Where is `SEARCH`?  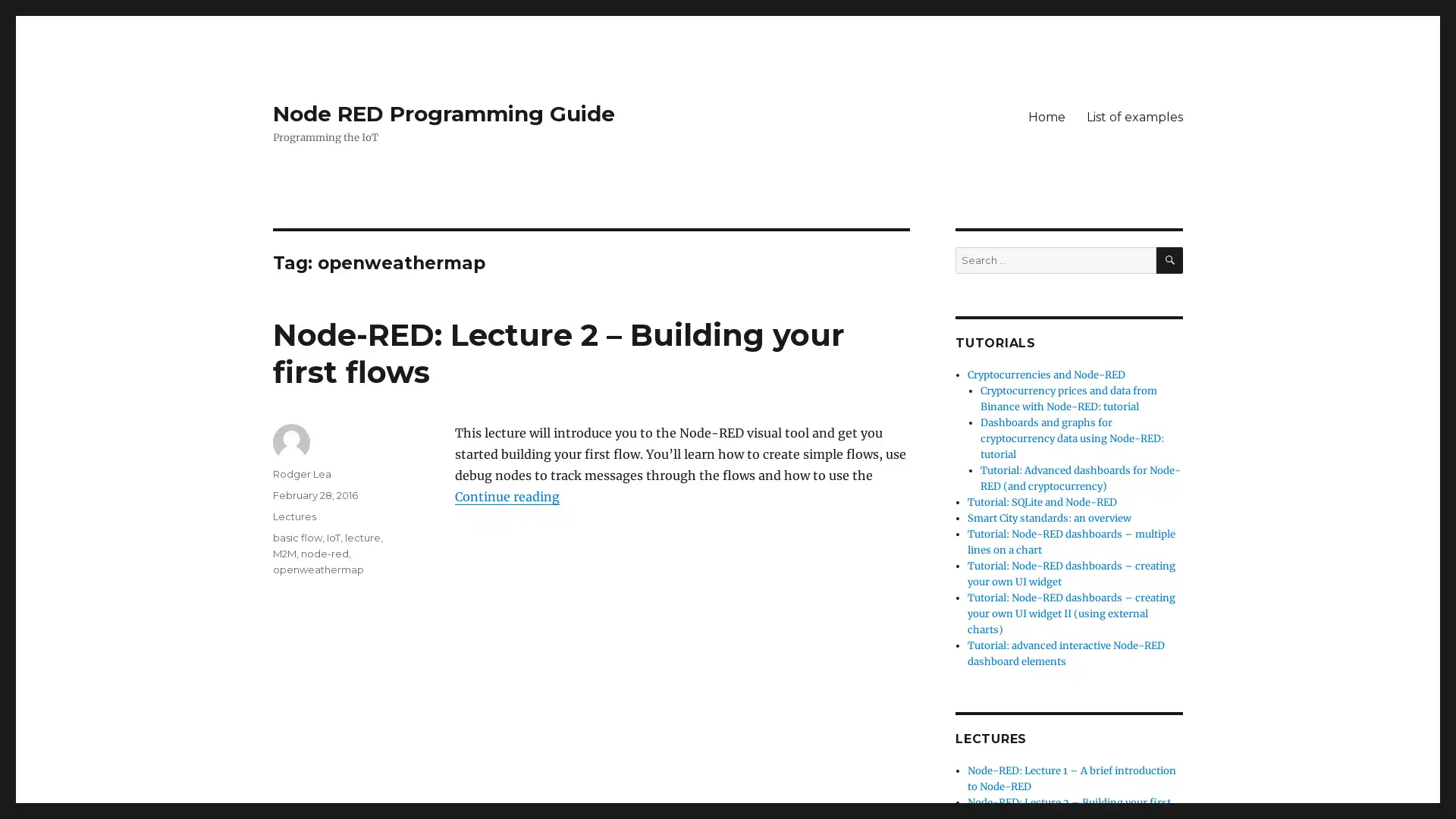 SEARCH is located at coordinates (1169, 259).